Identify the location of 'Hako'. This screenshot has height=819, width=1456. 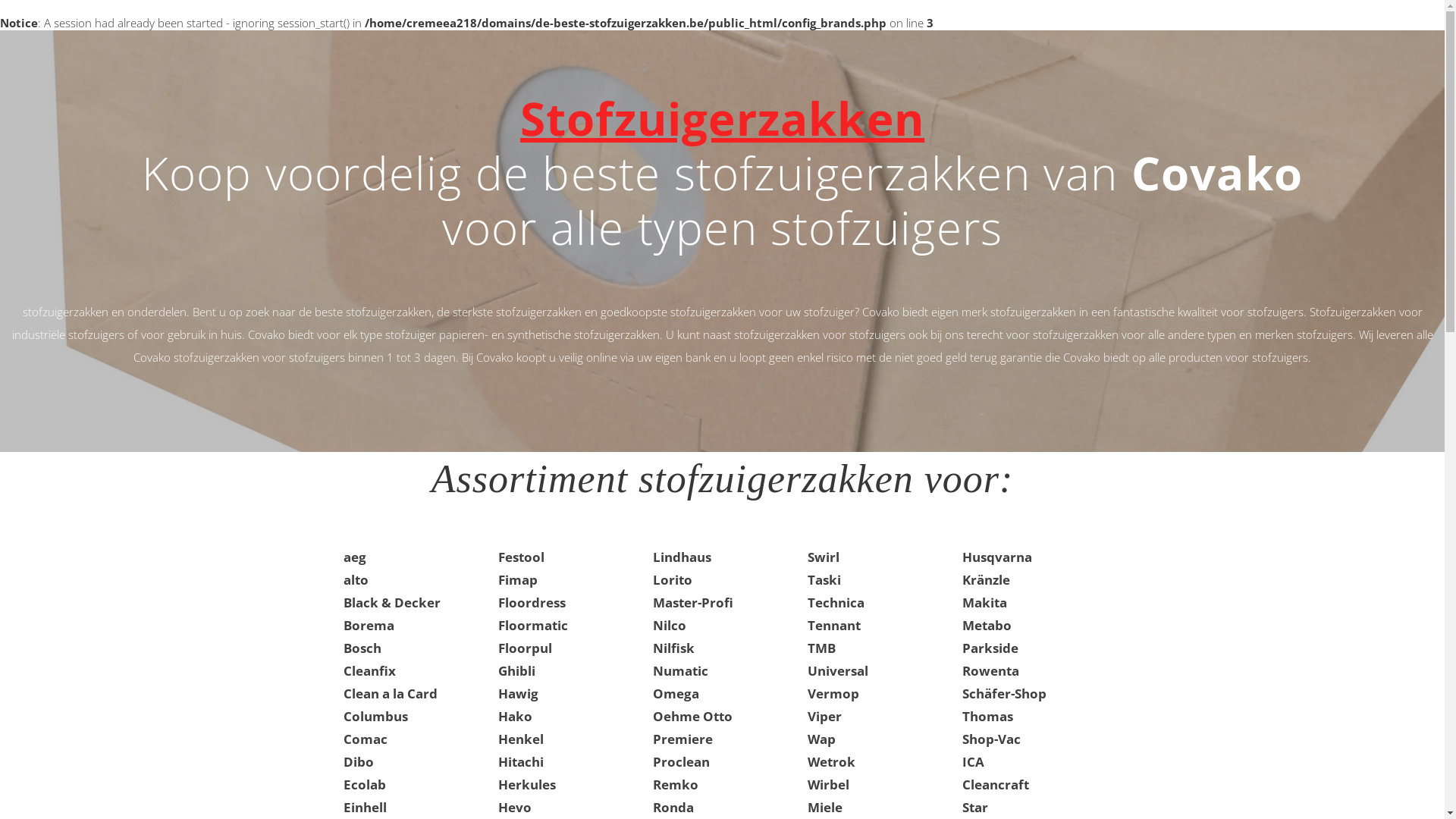
(497, 716).